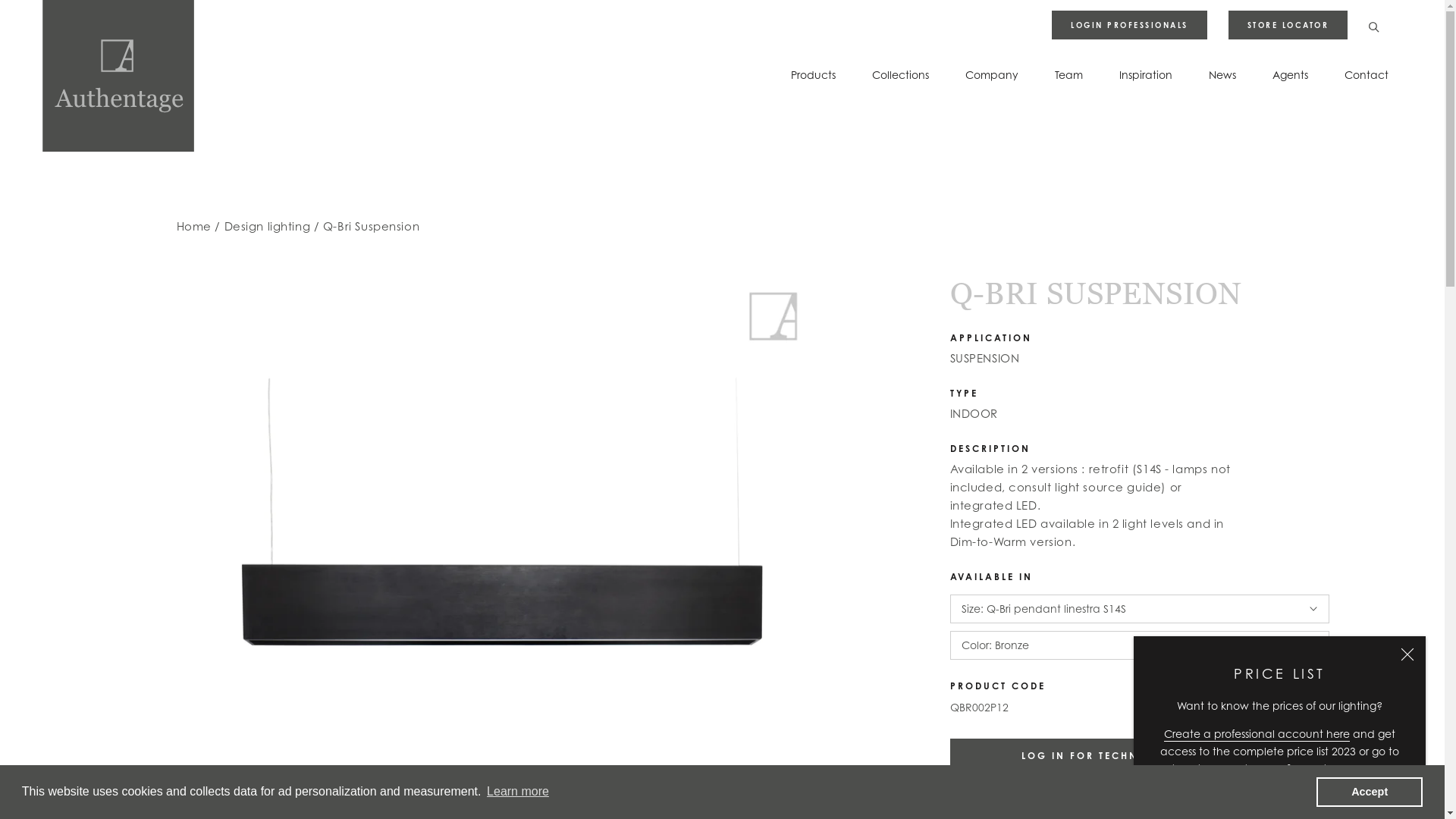  Describe the element at coordinates (483, 791) in the screenshot. I see `'Learn more'` at that location.